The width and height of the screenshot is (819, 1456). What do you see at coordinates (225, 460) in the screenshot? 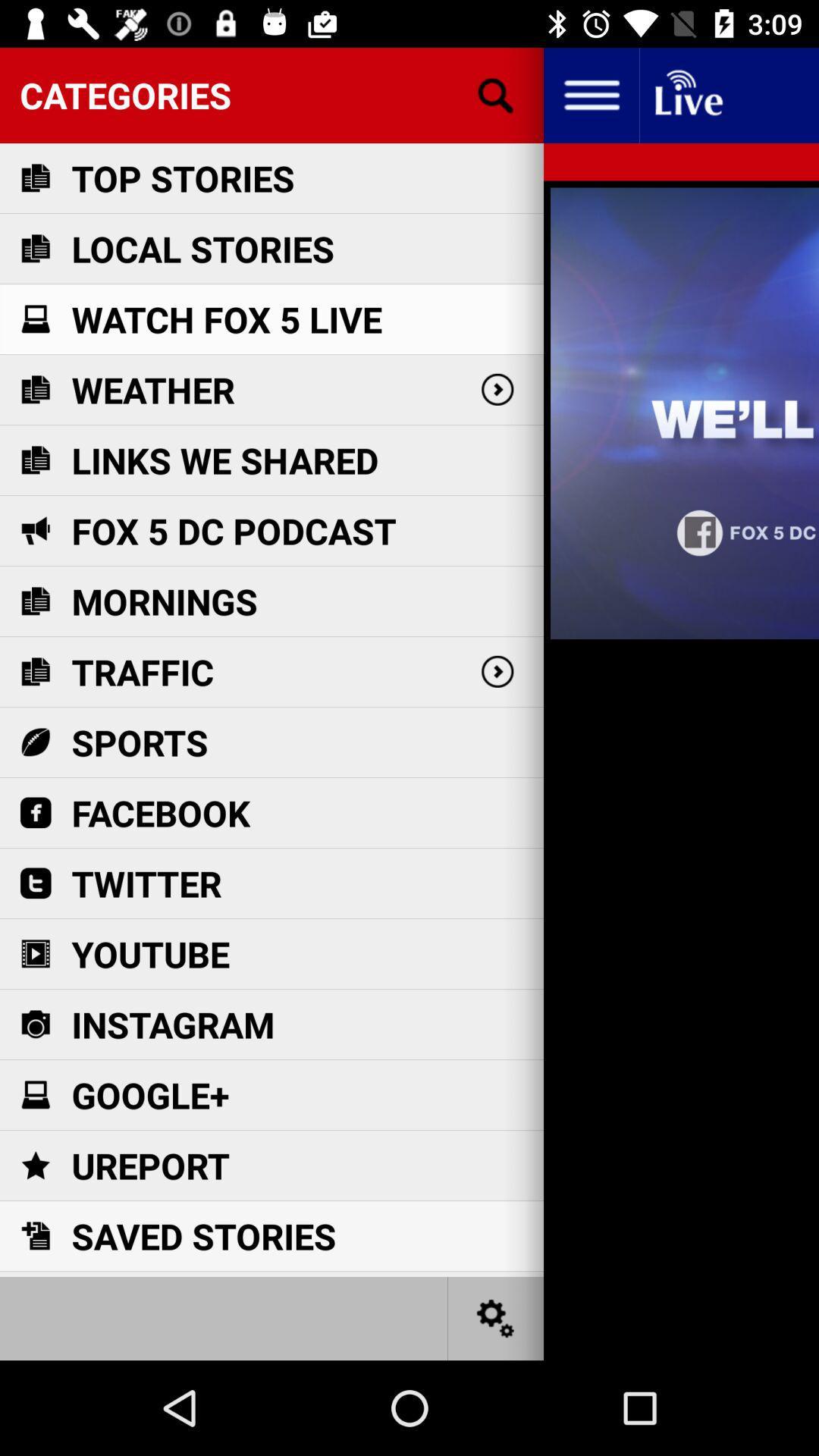
I see `the icon below weather item` at bounding box center [225, 460].